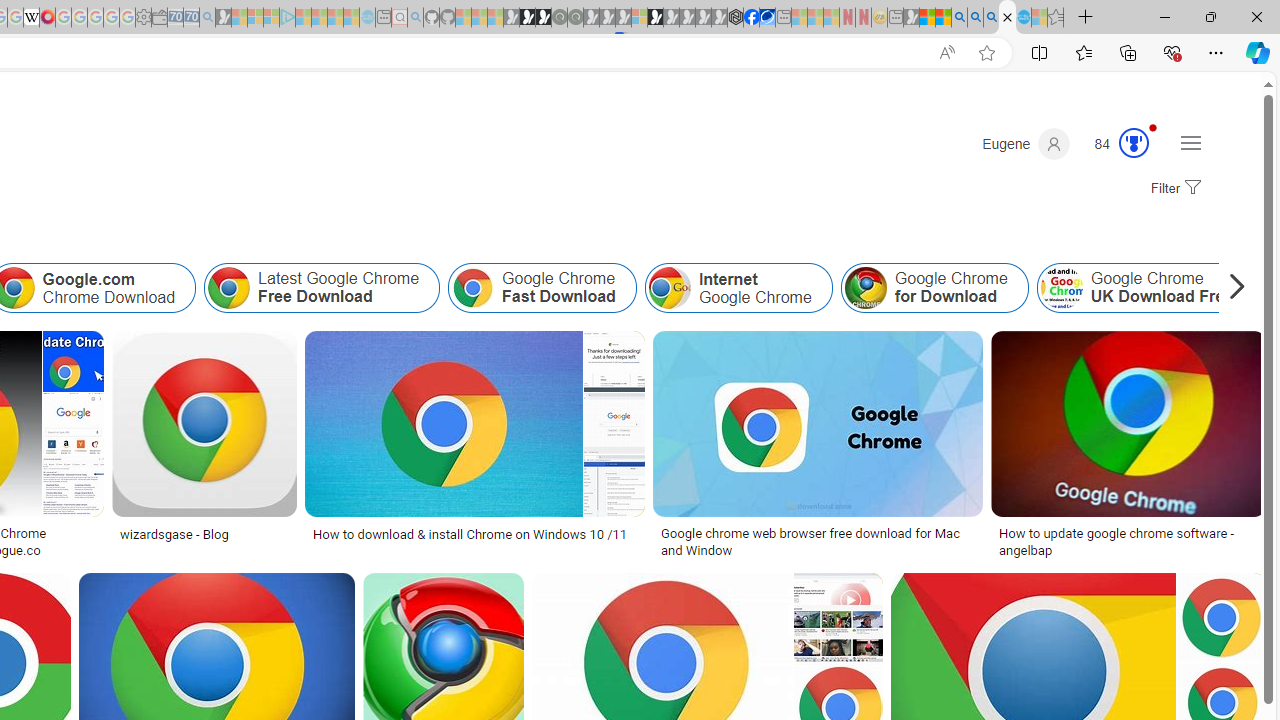 Image resolution: width=1280 pixels, height=720 pixels. I want to click on 'Microsoft Rewards 84', so click(1114, 143).